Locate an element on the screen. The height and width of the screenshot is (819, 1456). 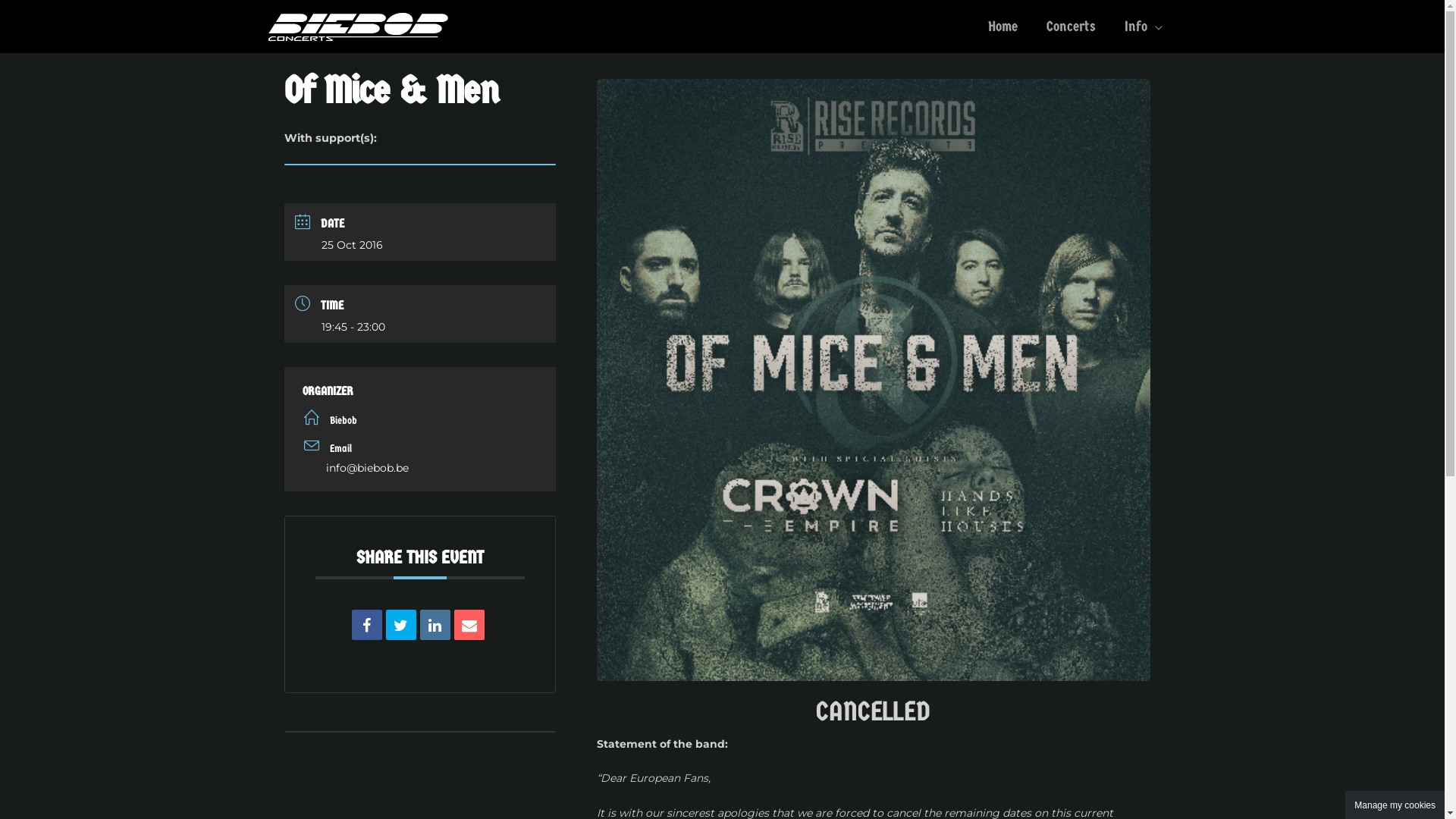
'Email' is located at coordinates (469, 625).